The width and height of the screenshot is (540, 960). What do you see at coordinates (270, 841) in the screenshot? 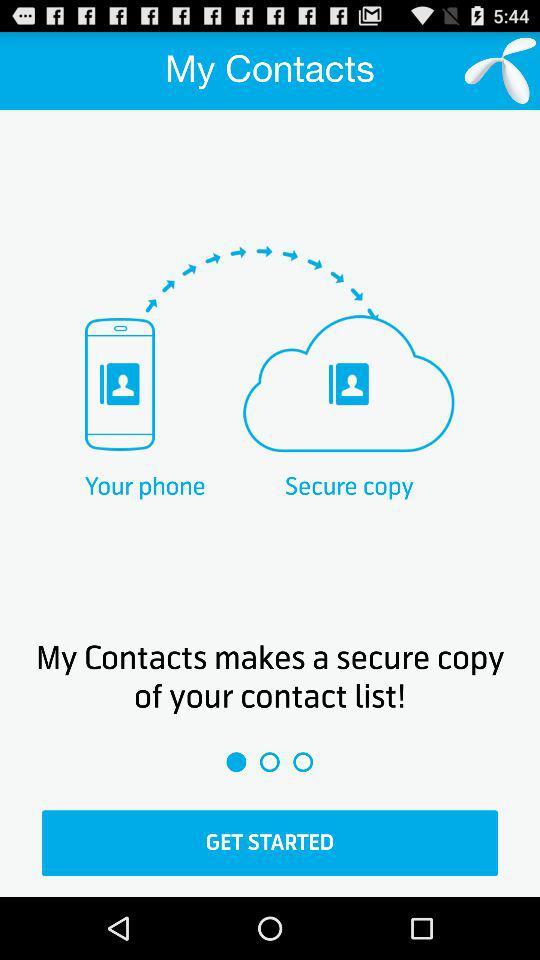
I see `the option get started` at bounding box center [270, 841].